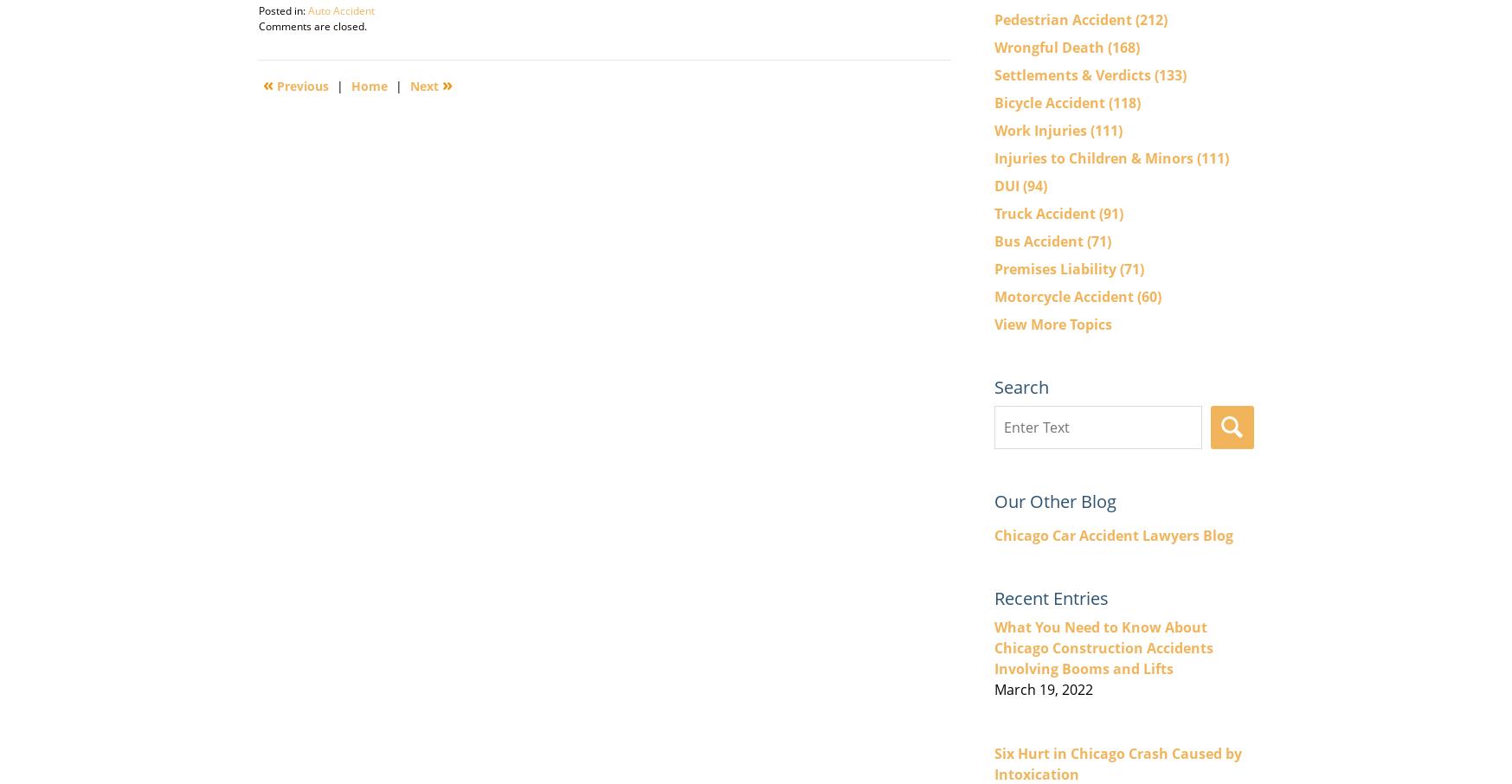 The height and width of the screenshot is (784, 1512). Describe the element at coordinates (339, 10) in the screenshot. I see `'Auto Accident'` at that location.